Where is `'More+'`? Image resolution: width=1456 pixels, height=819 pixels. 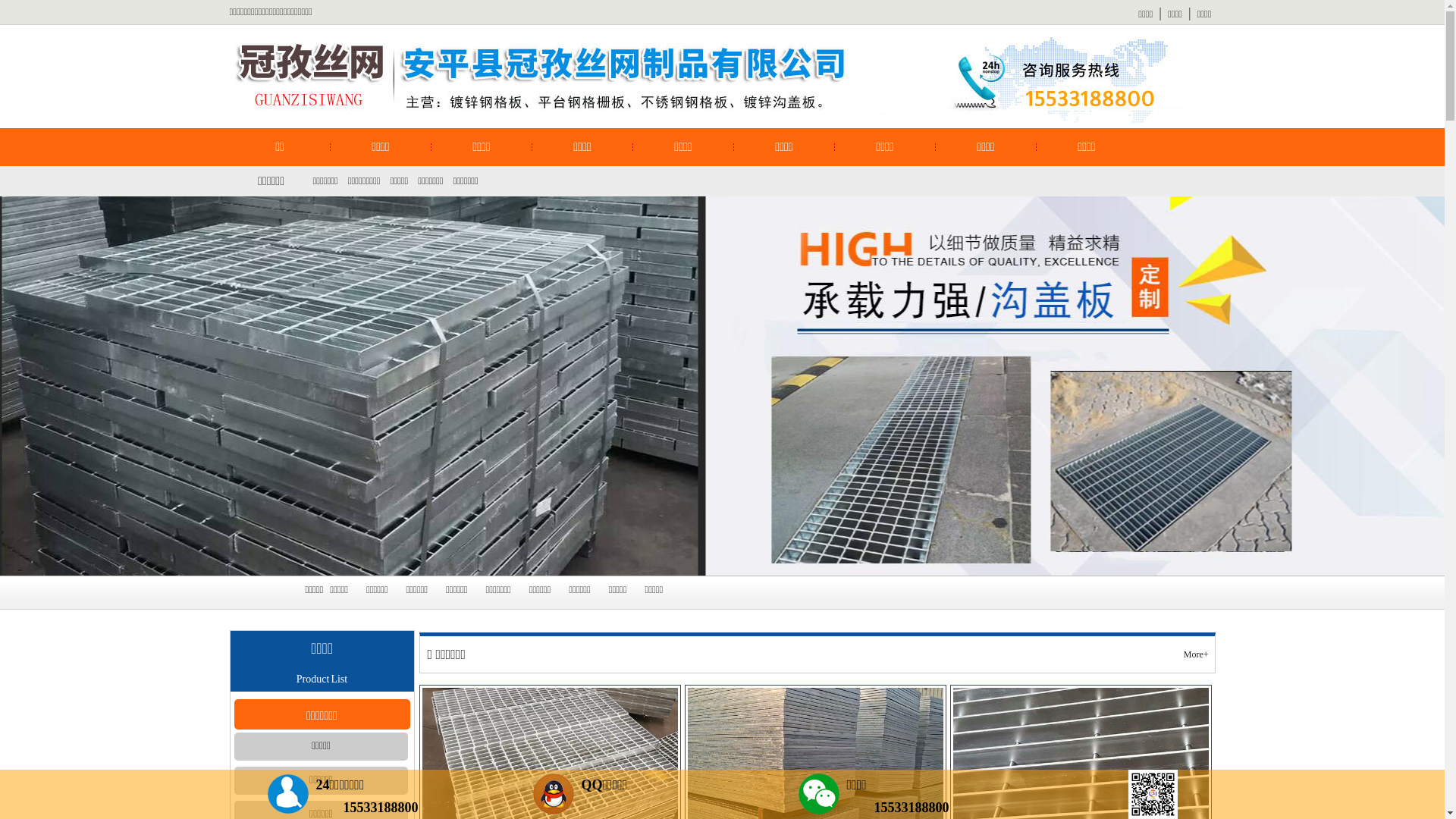 'More+' is located at coordinates (1182, 654).